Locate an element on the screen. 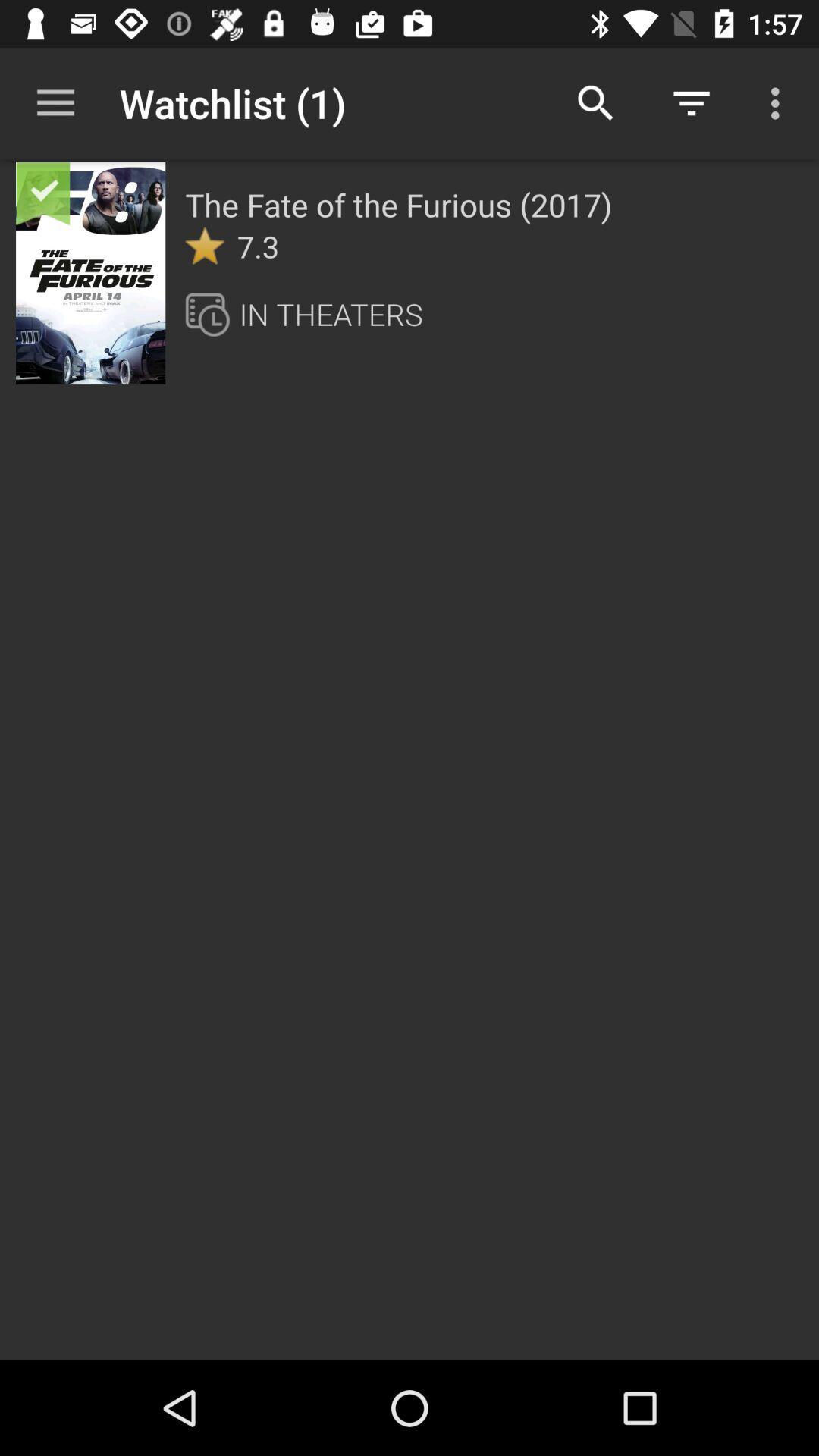 The width and height of the screenshot is (819, 1456). the item to the left of 7.3 is located at coordinates (205, 246).